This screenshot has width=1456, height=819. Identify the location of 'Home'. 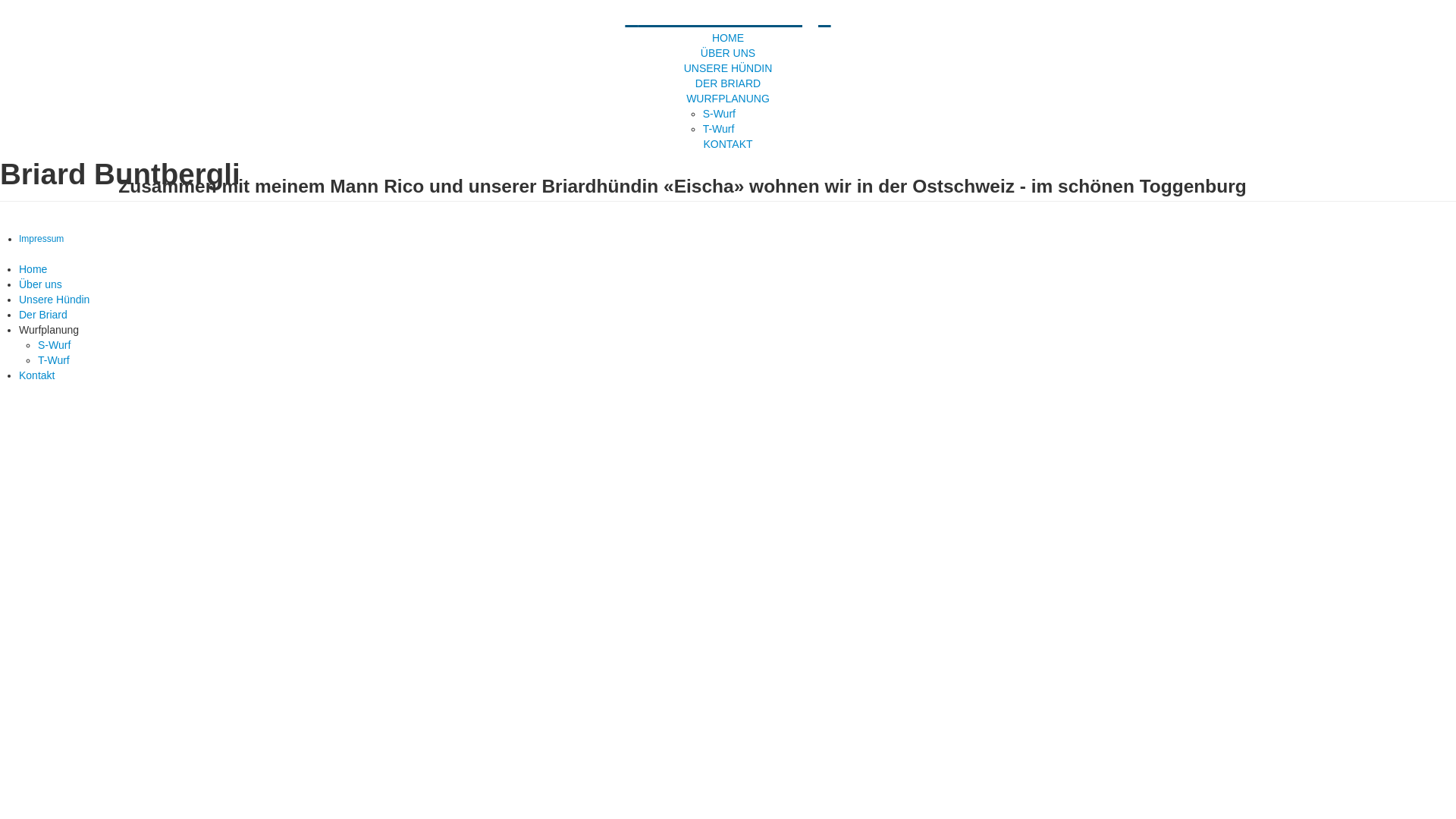
(33, 268).